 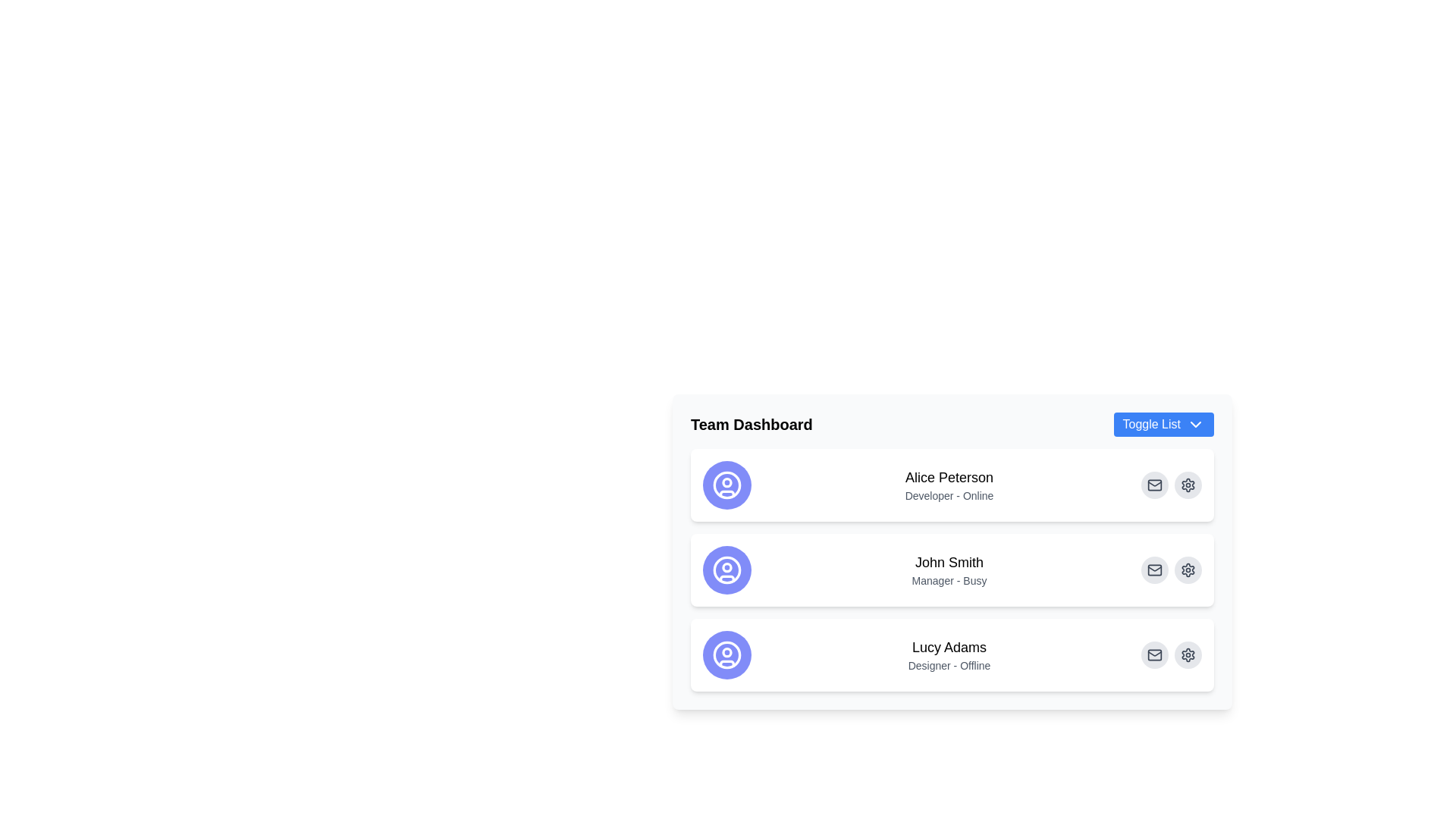 What do you see at coordinates (726, 482) in the screenshot?
I see `the decorative graphical element that is part of the user's avatar representation, located slightly above the center of the main circle` at bounding box center [726, 482].